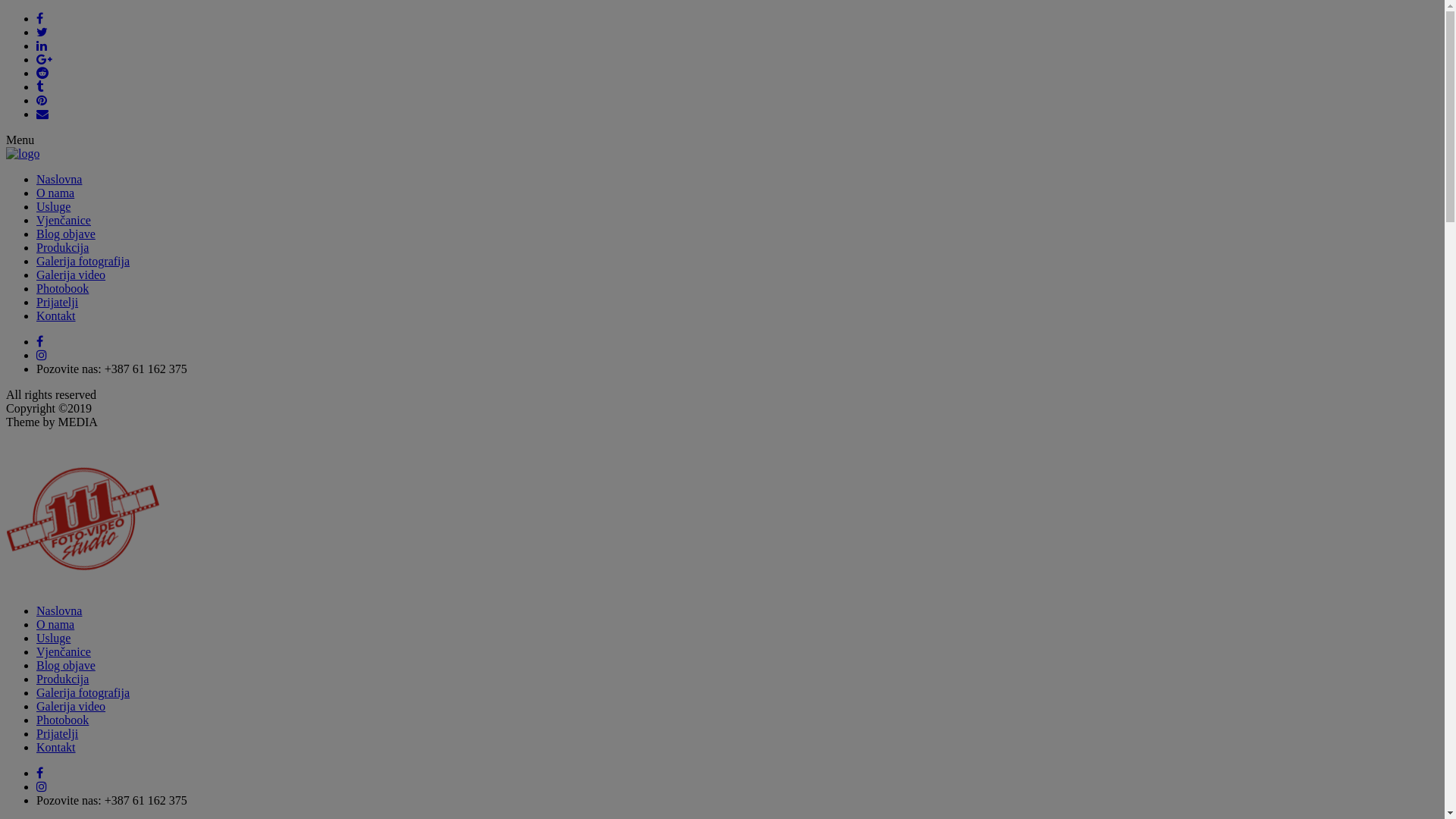  Describe the element at coordinates (57, 302) in the screenshot. I see `'Prijatelji'` at that location.